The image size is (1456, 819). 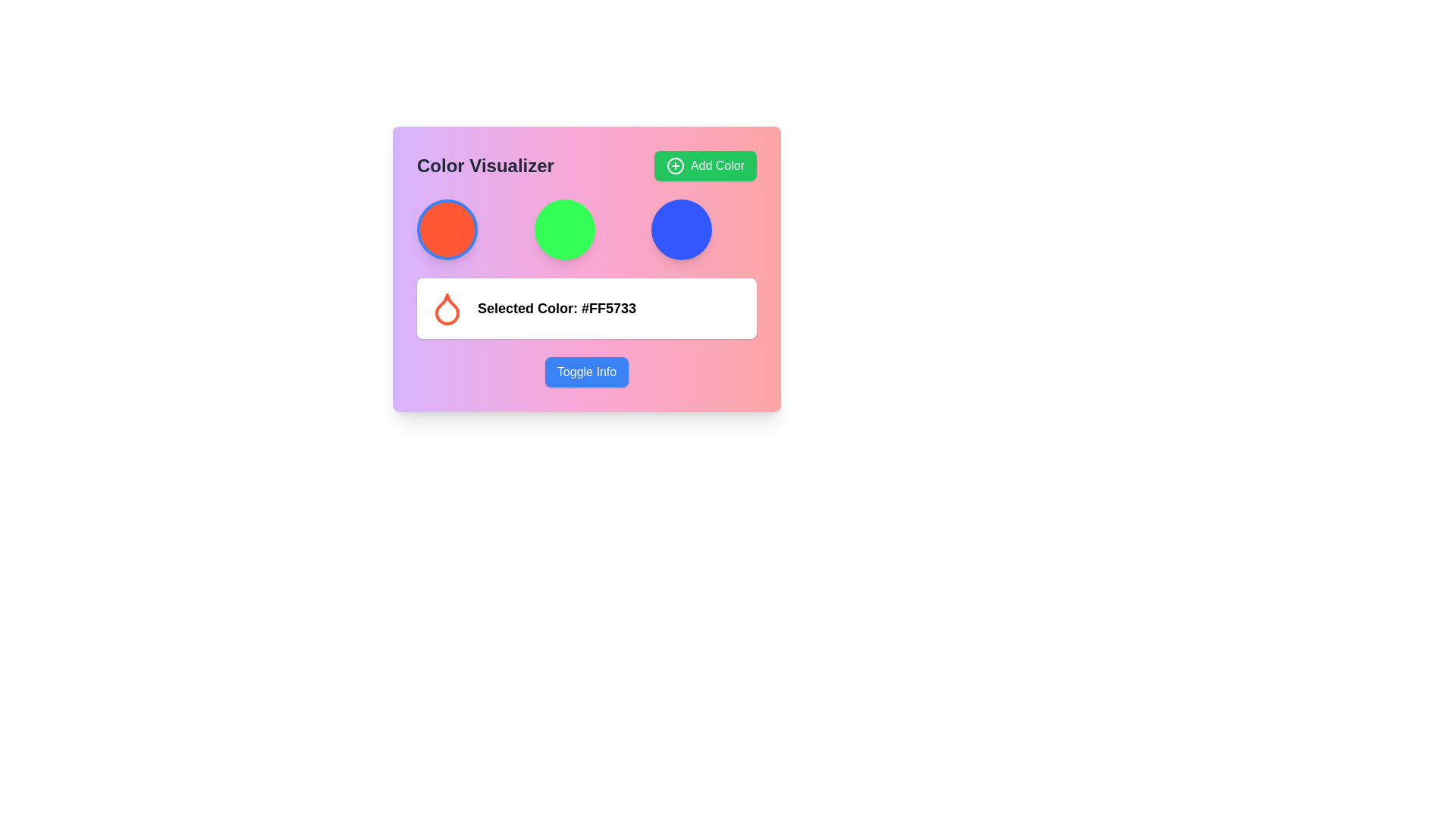 What do you see at coordinates (563, 230) in the screenshot?
I see `the selectable color option button located in the center of the horizontal row of three rounded elements` at bounding box center [563, 230].